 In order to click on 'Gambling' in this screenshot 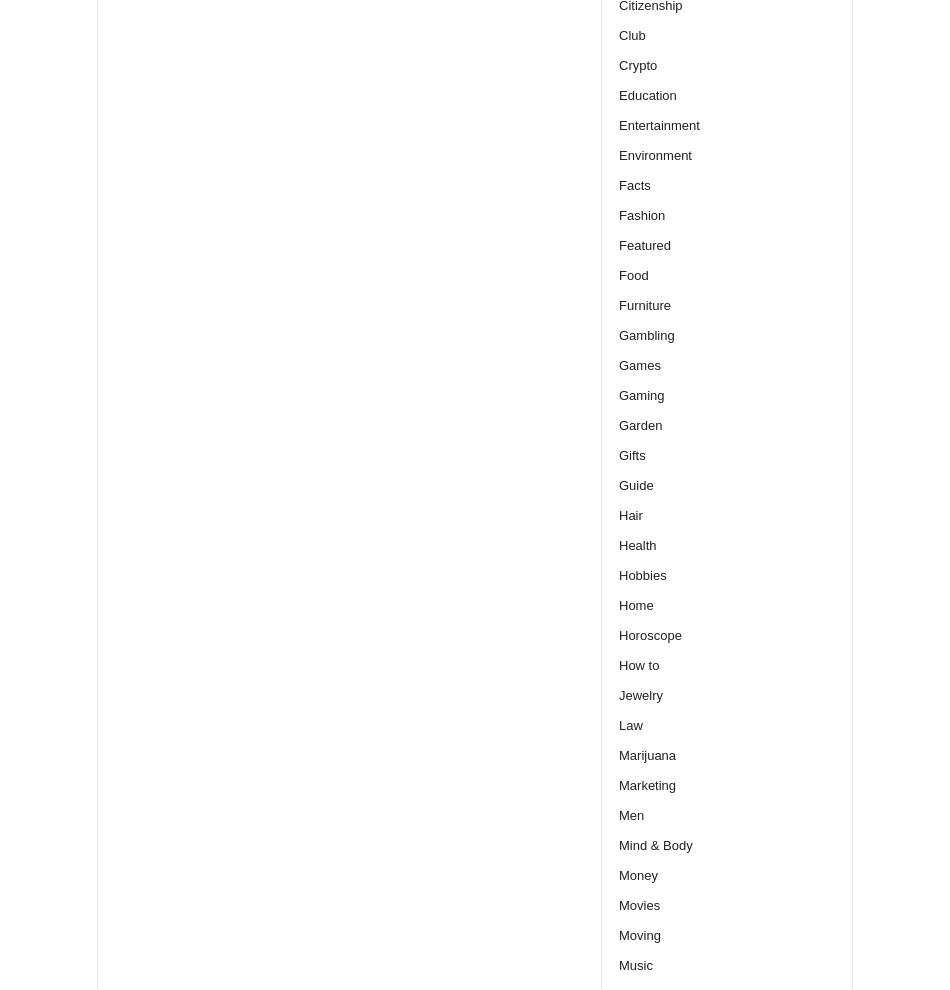, I will do `click(619, 333)`.